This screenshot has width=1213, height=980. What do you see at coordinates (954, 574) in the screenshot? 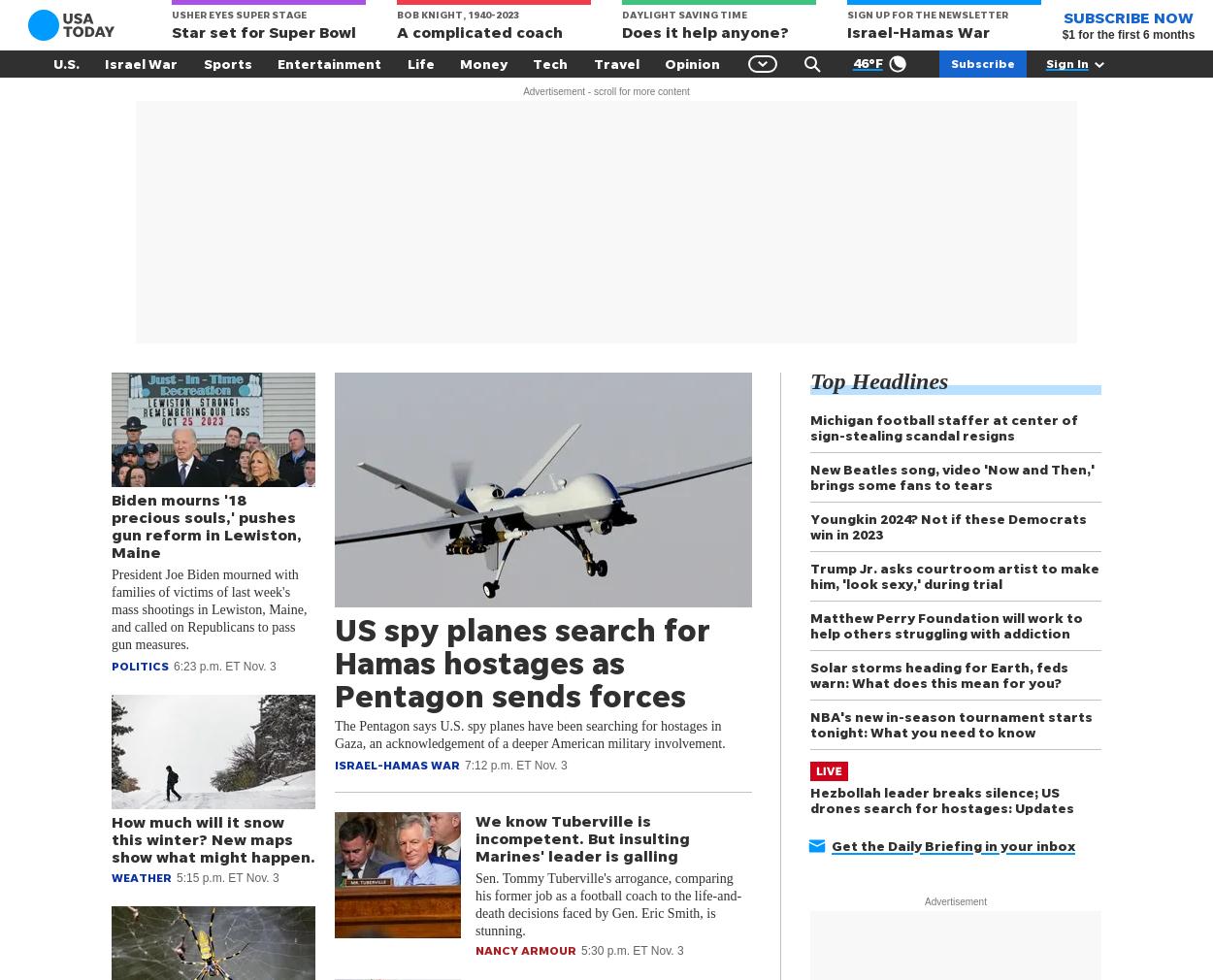
I see `'Trump Jr. asks courtroom artist to make him, 'look sexy,' during trial'` at bounding box center [954, 574].